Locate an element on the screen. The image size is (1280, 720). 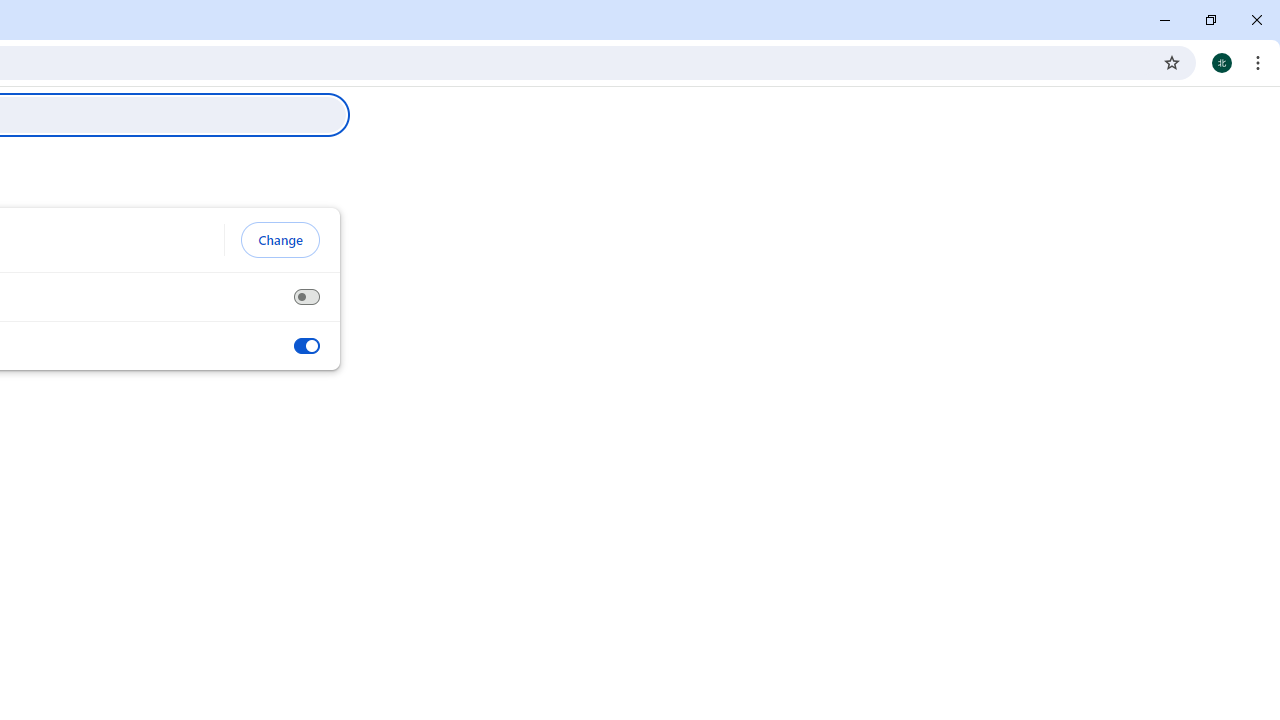
'Ask where to save each file before downloading' is located at coordinates (305, 297).